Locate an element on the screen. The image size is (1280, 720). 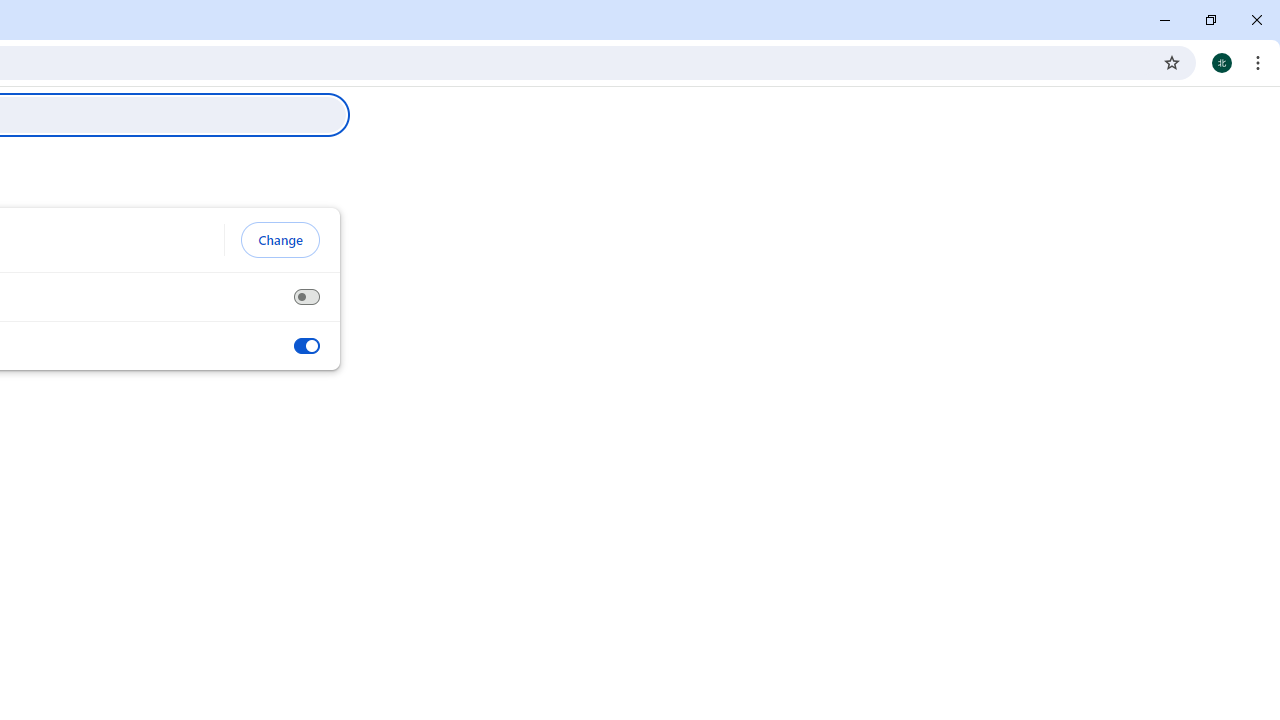
'Ask where to save each file before downloading' is located at coordinates (305, 297).